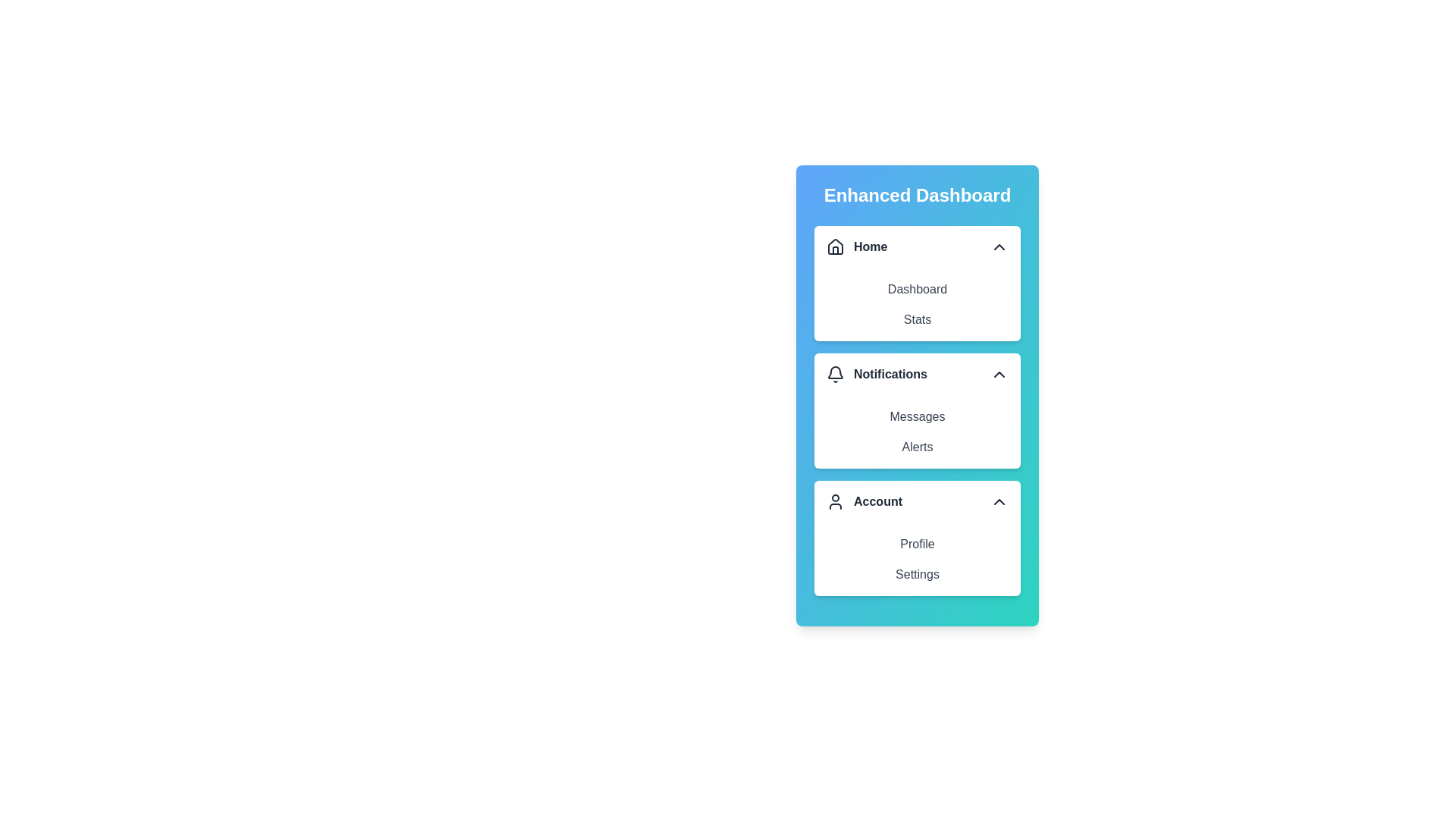 The height and width of the screenshot is (819, 1456). I want to click on the header of the menu section labeled Notifications to toggle its expanded/collapsed state, so click(916, 374).